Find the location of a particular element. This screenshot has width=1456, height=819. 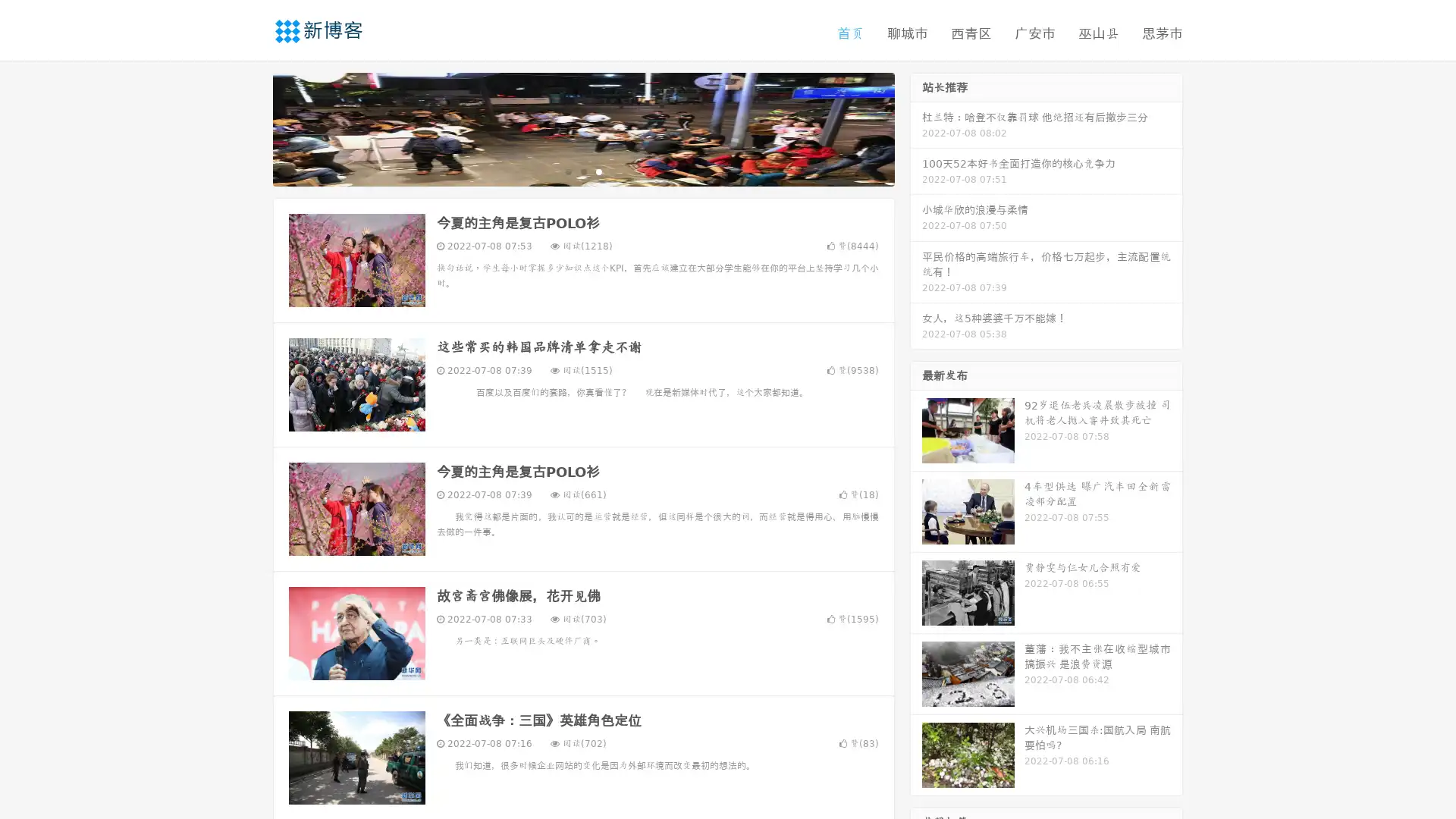

Go to slide 3 is located at coordinates (598, 171).